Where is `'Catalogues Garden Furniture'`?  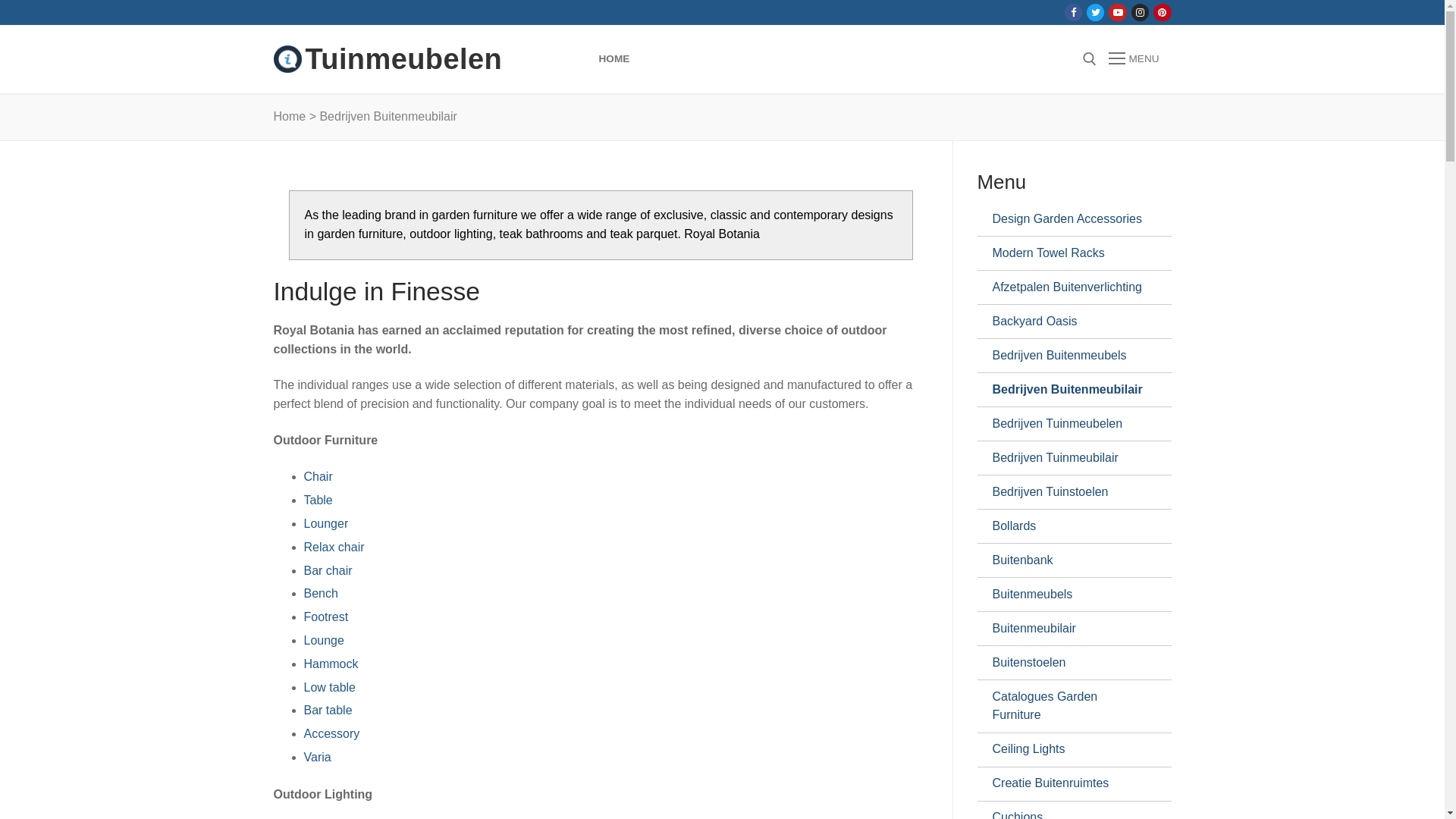
'Catalogues Garden Furniture' is located at coordinates (1066, 706).